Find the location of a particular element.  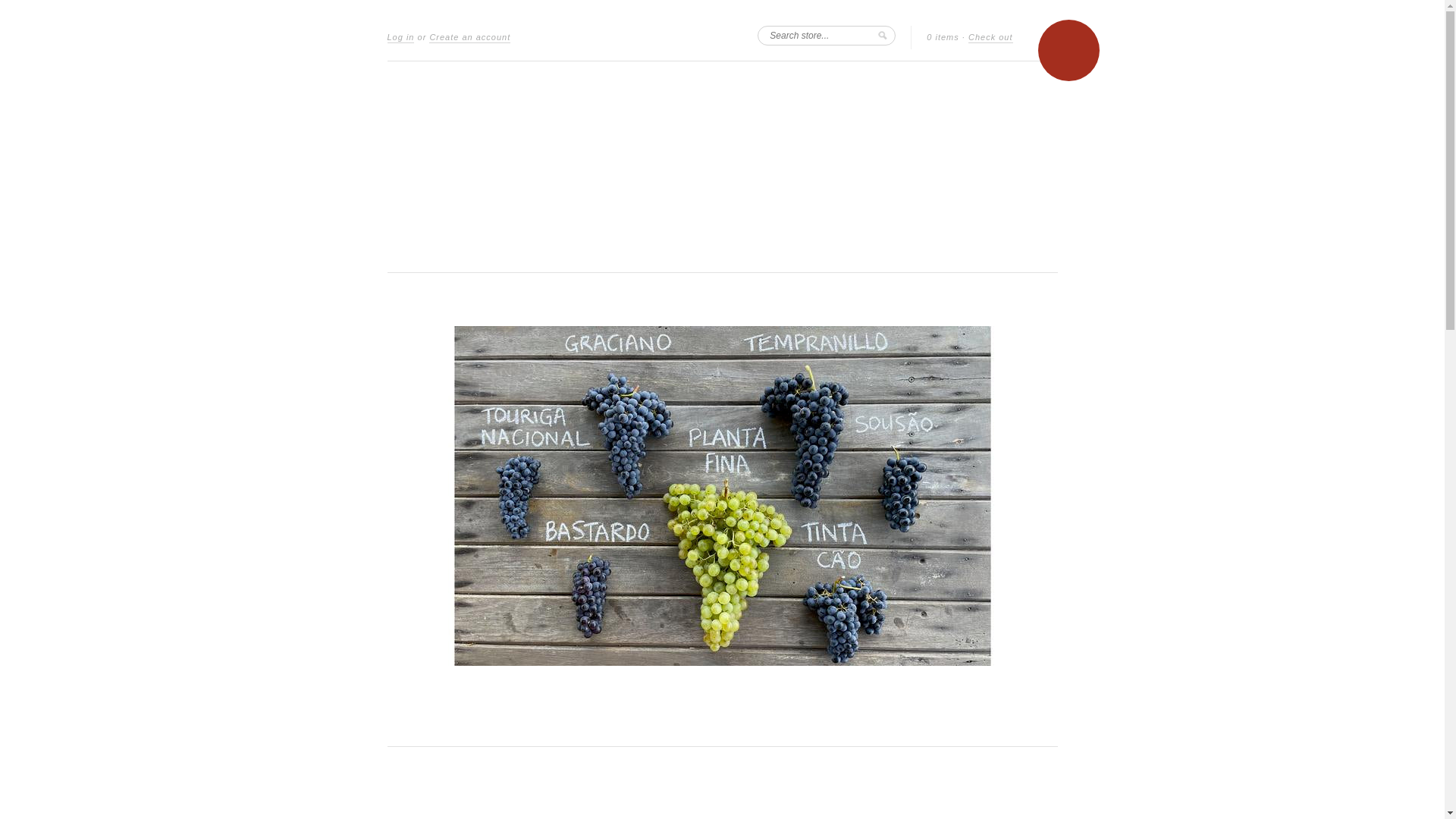

'0 items' is located at coordinates (942, 36).